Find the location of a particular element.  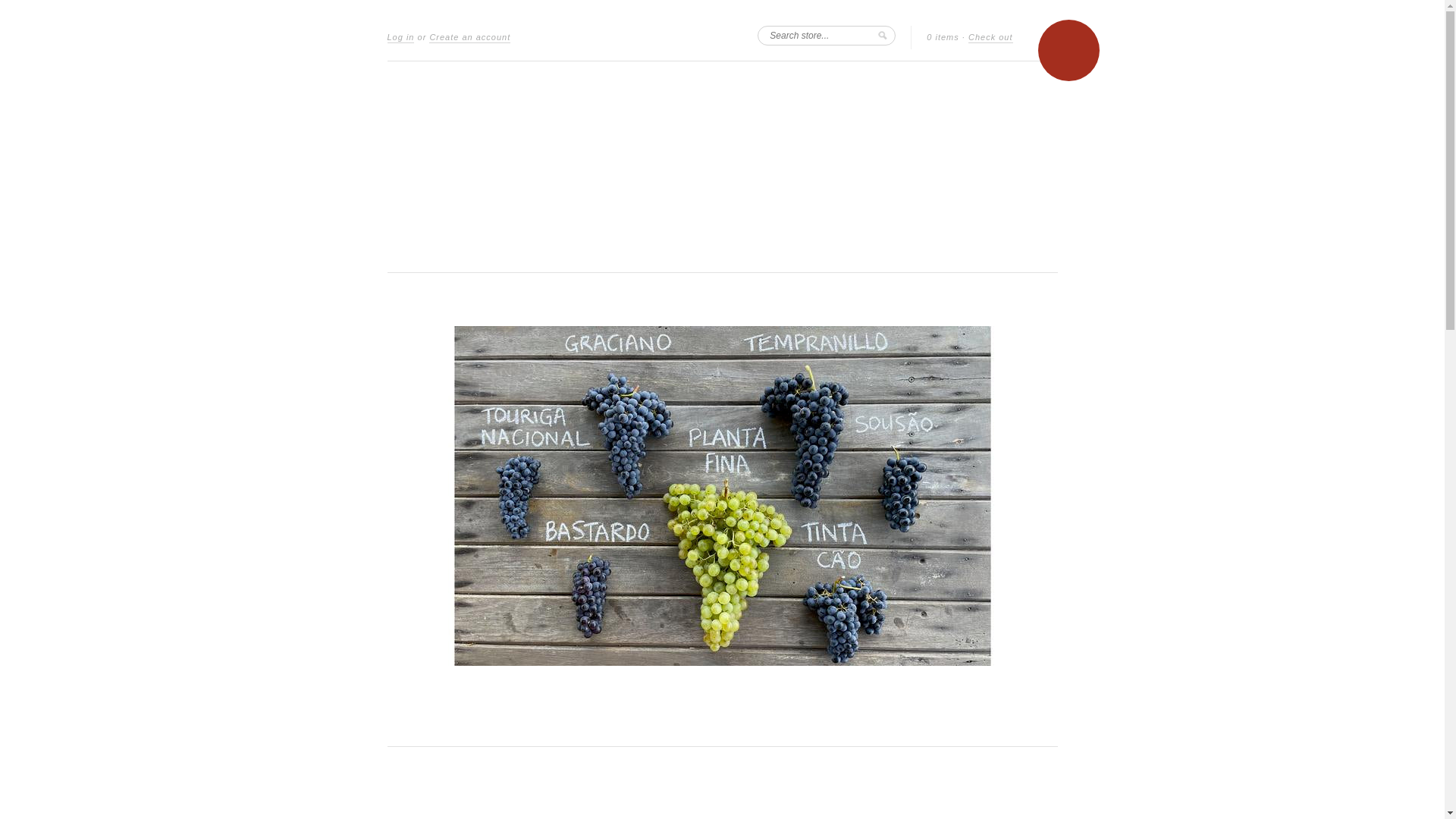

'0 items' is located at coordinates (942, 36).